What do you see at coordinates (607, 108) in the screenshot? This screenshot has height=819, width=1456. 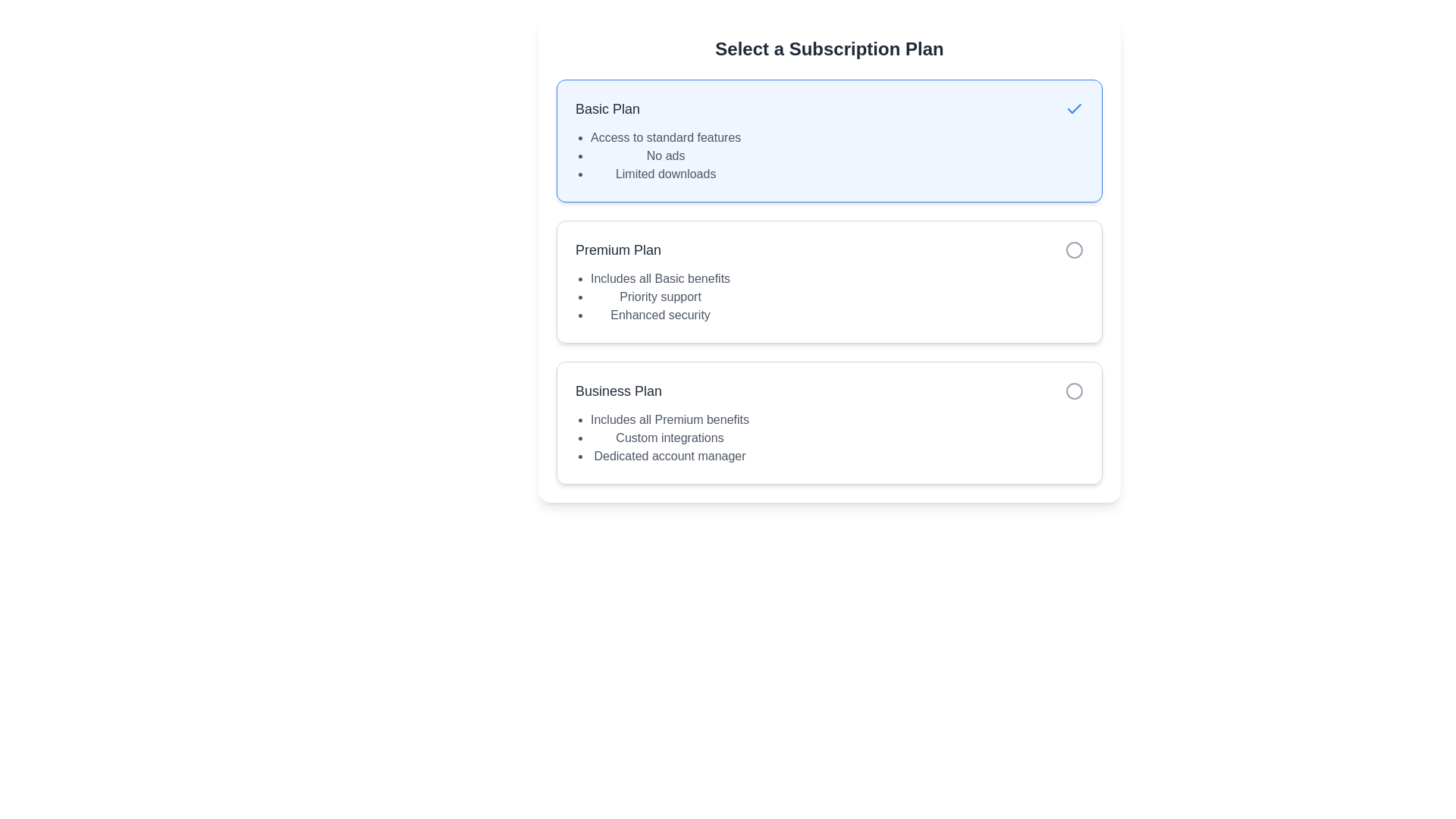 I see `text label that denotes the title of the 'Basic Plan', located at the top-left section of the subscription plan selection area` at bounding box center [607, 108].